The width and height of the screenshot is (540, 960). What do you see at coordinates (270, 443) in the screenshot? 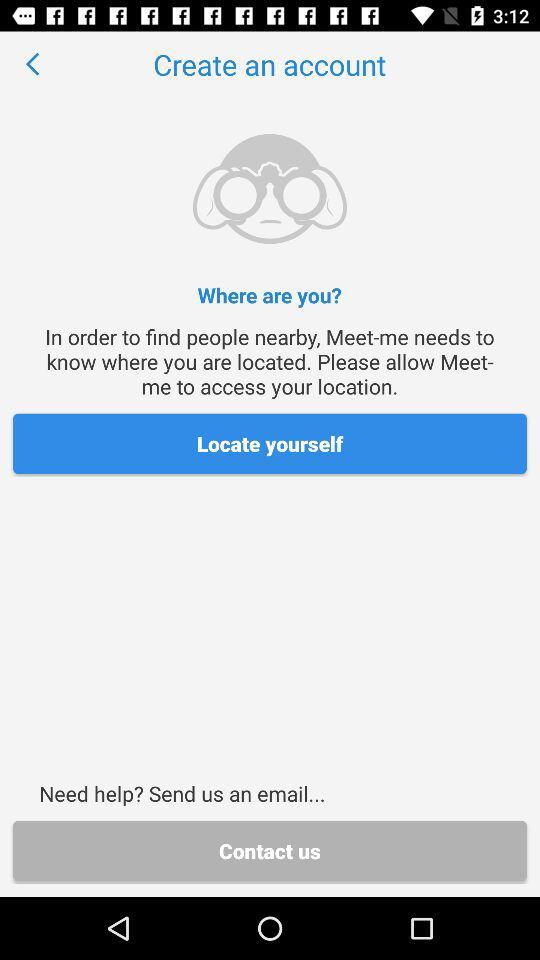
I see `locate yourself` at bounding box center [270, 443].